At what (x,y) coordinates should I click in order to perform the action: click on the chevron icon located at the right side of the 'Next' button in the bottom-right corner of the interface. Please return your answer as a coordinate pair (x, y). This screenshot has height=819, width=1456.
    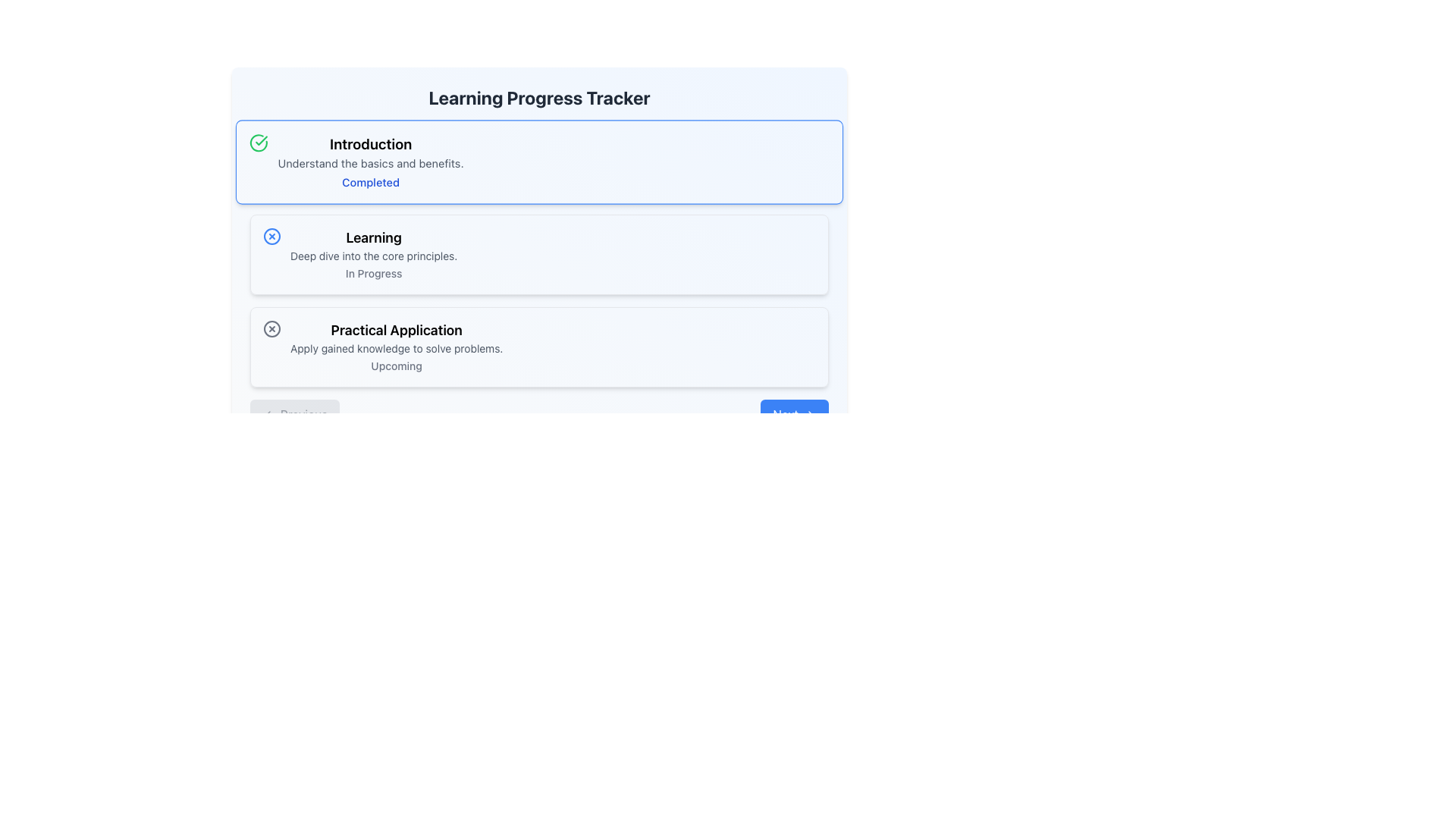
    Looking at the image, I should click on (810, 415).